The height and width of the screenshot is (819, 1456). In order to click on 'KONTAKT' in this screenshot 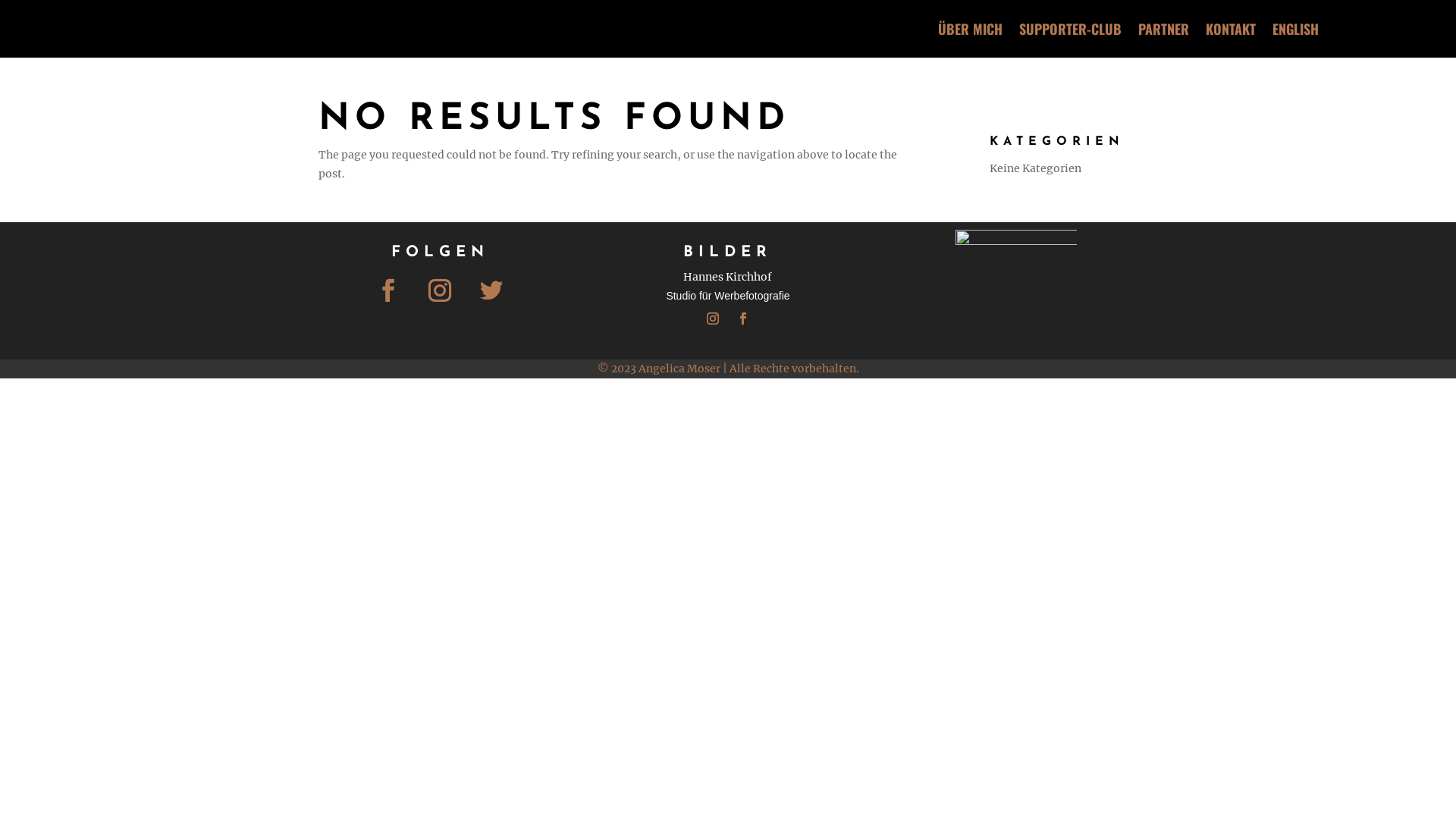, I will do `click(1230, 29)`.